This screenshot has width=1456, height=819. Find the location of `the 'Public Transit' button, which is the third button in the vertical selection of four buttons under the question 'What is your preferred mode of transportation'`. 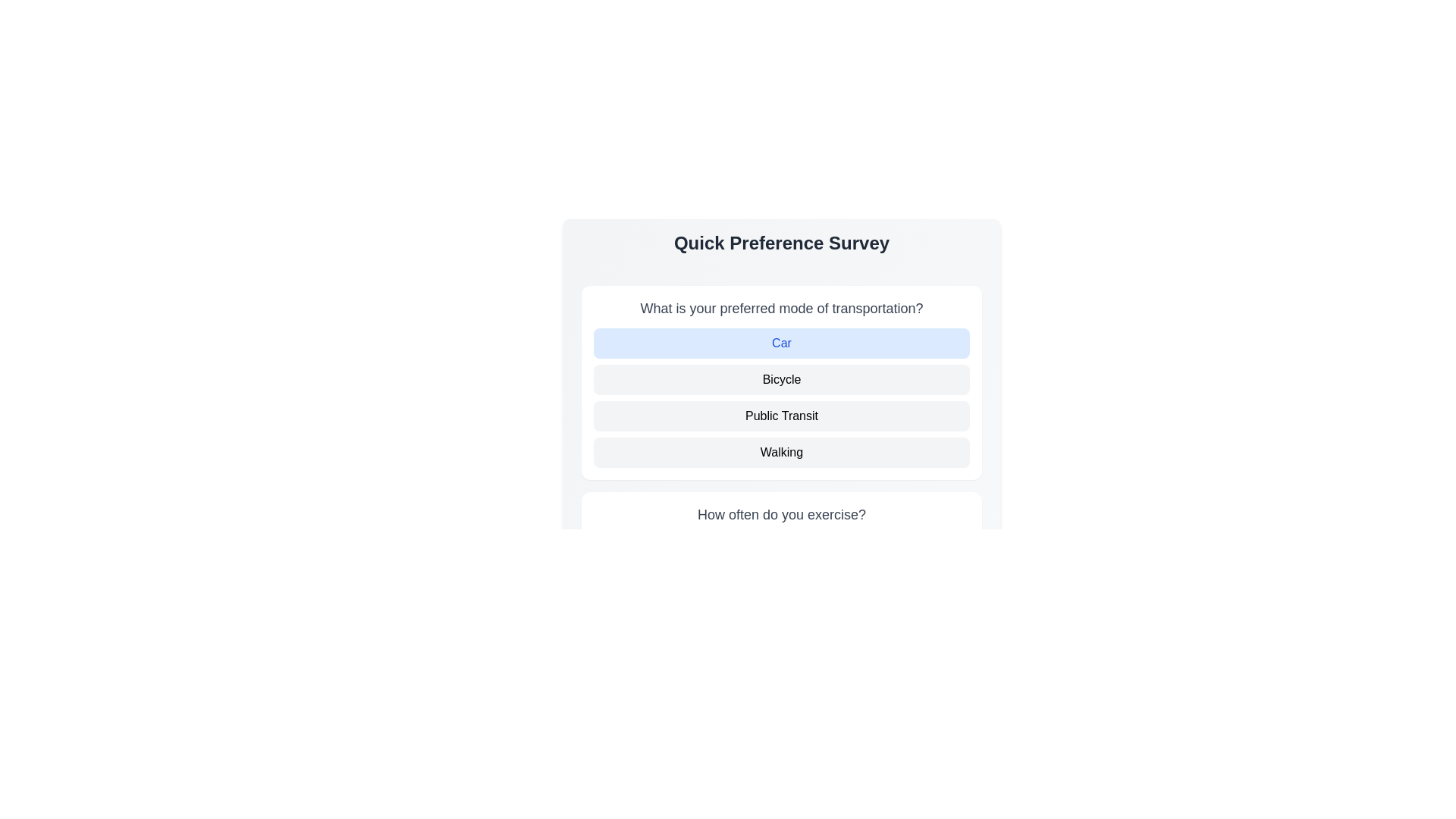

the 'Public Transit' button, which is the third button in the vertical selection of four buttons under the question 'What is your preferred mode of transportation' is located at coordinates (782, 416).